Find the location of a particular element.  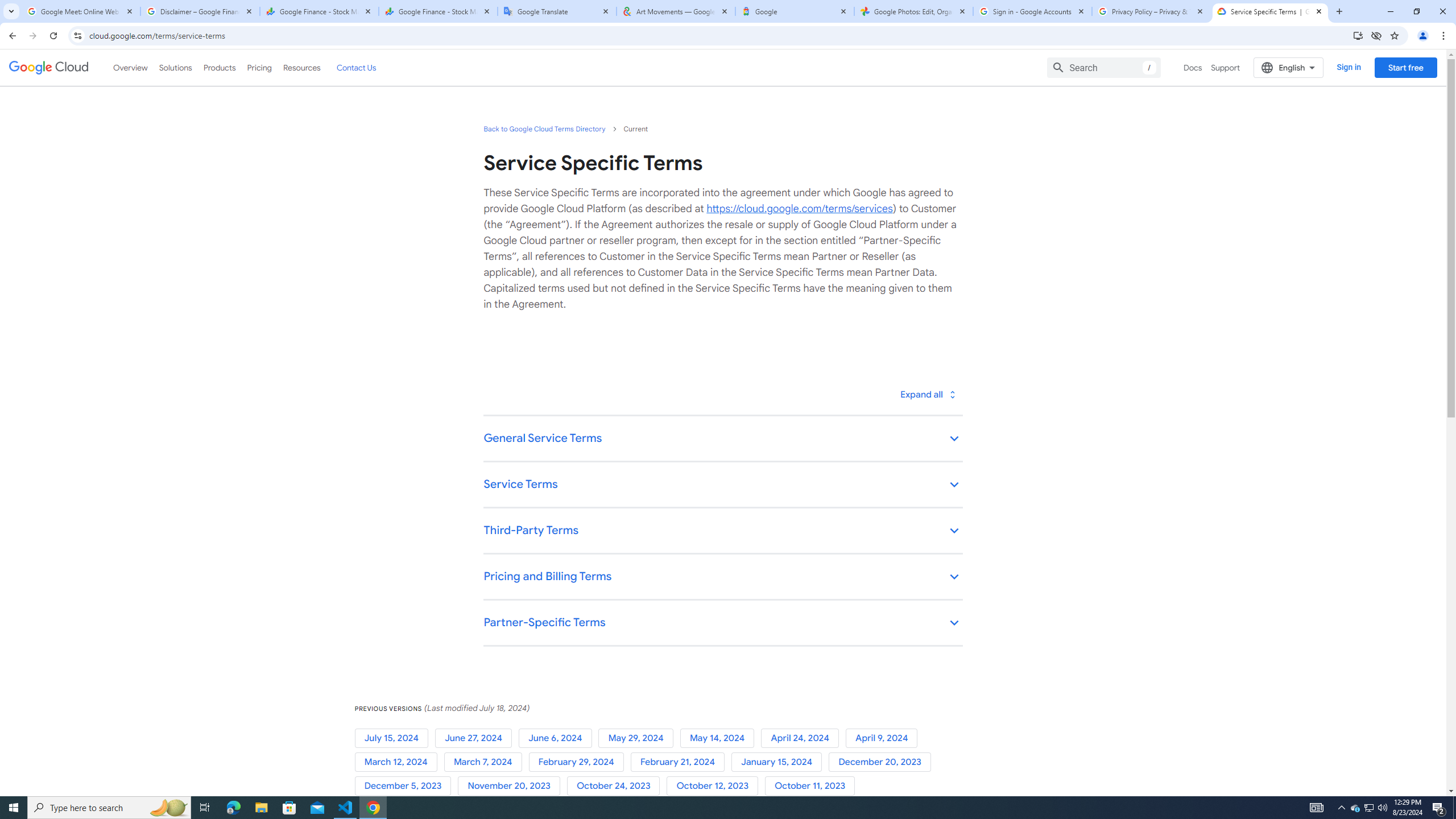

'English' is located at coordinates (1288, 67).